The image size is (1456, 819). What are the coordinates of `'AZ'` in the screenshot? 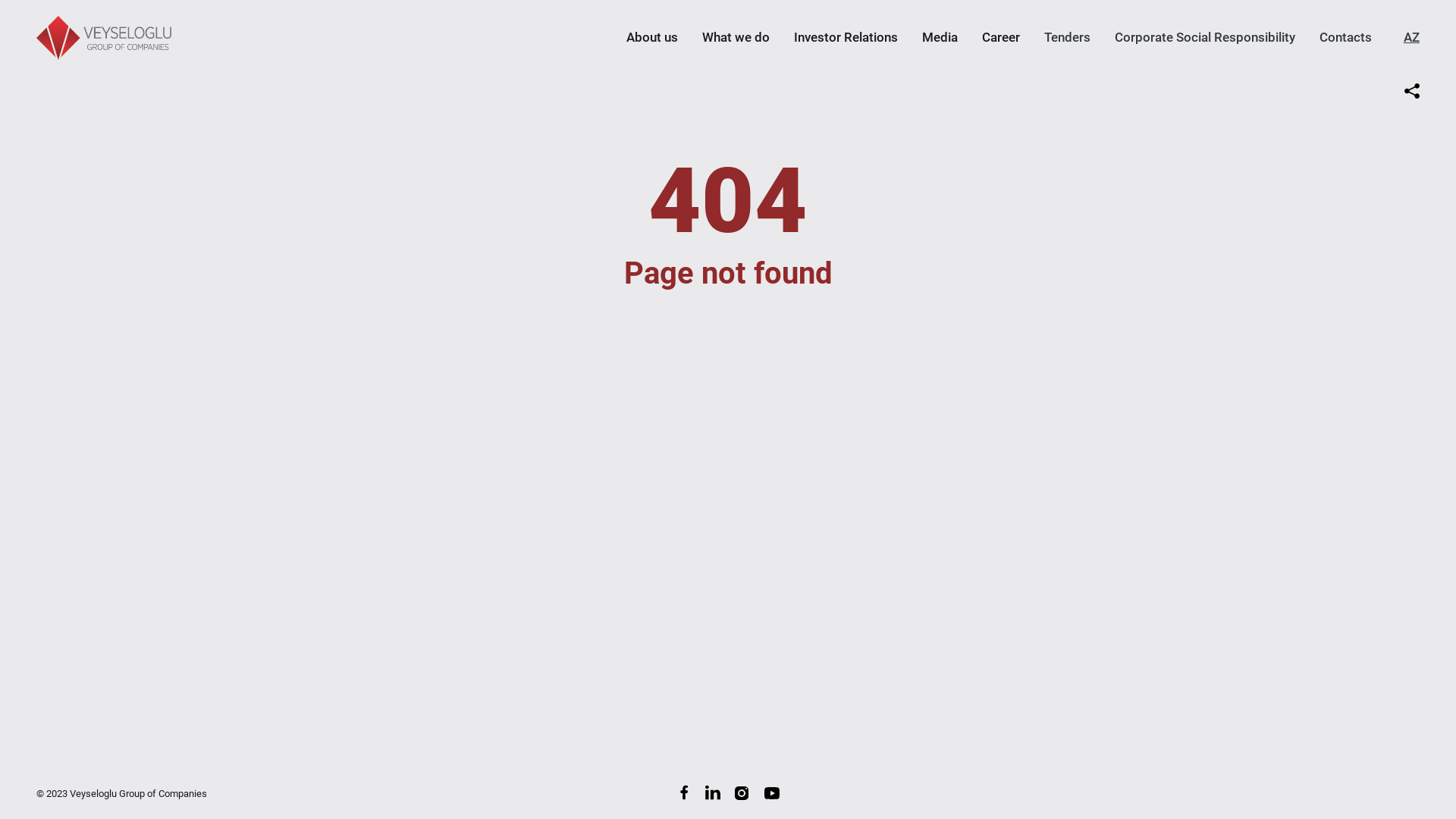 It's located at (1410, 36).